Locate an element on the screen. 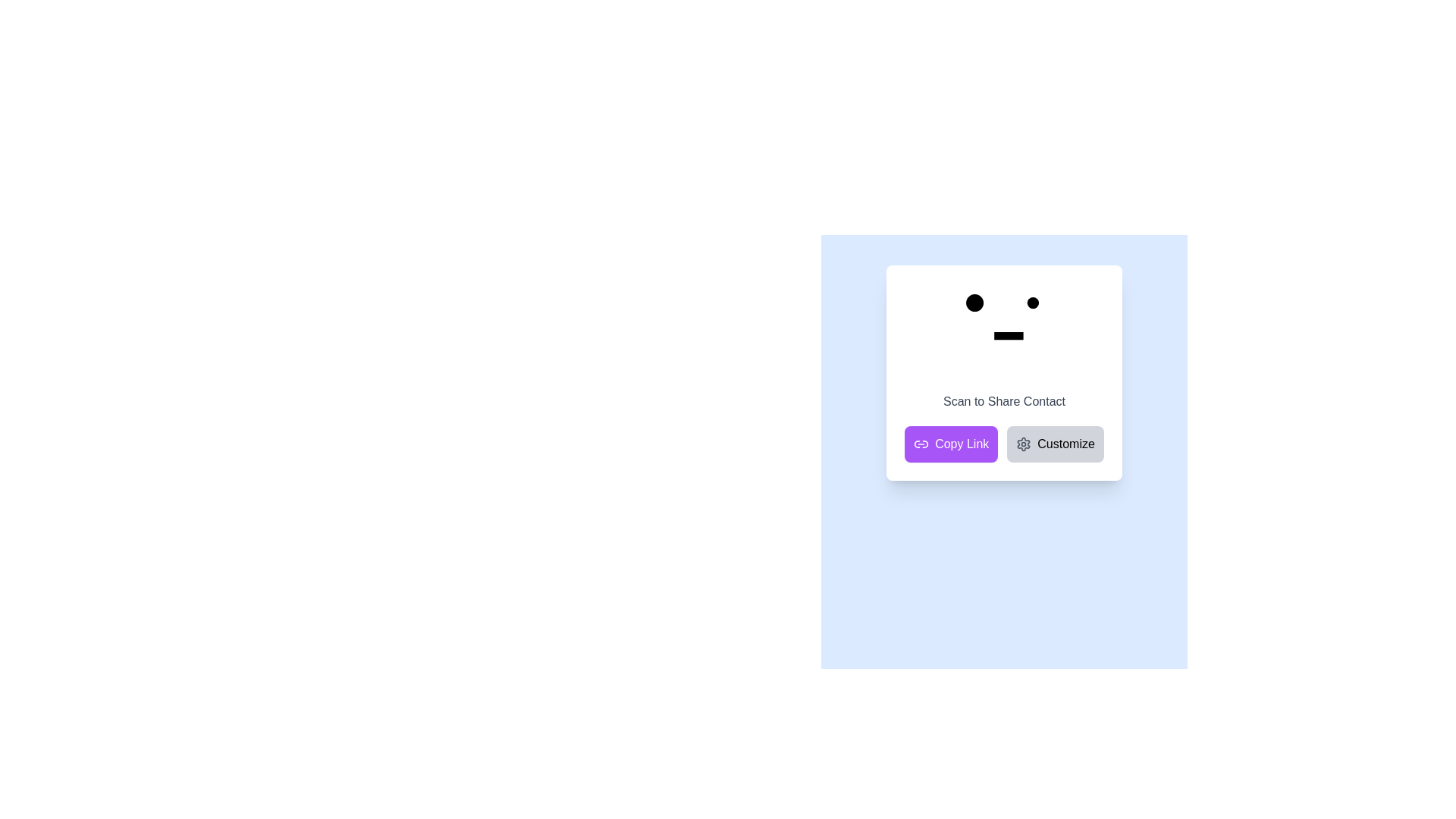  the first button in the group, located to the left of the 'Customize' button, to copy the link associated with 'Scan to Share Contact' is located at coordinates (950, 444).